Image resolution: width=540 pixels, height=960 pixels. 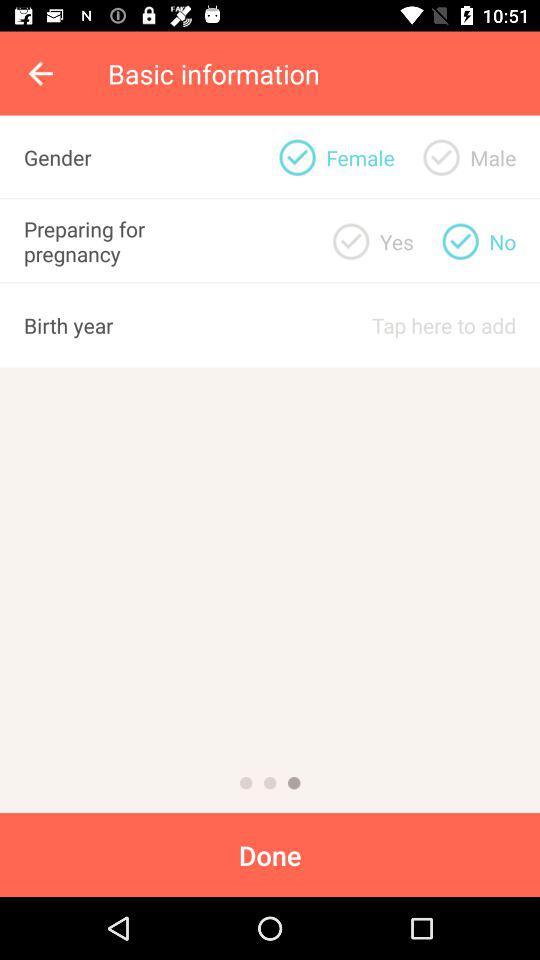 I want to click on the check icon, so click(x=460, y=240).